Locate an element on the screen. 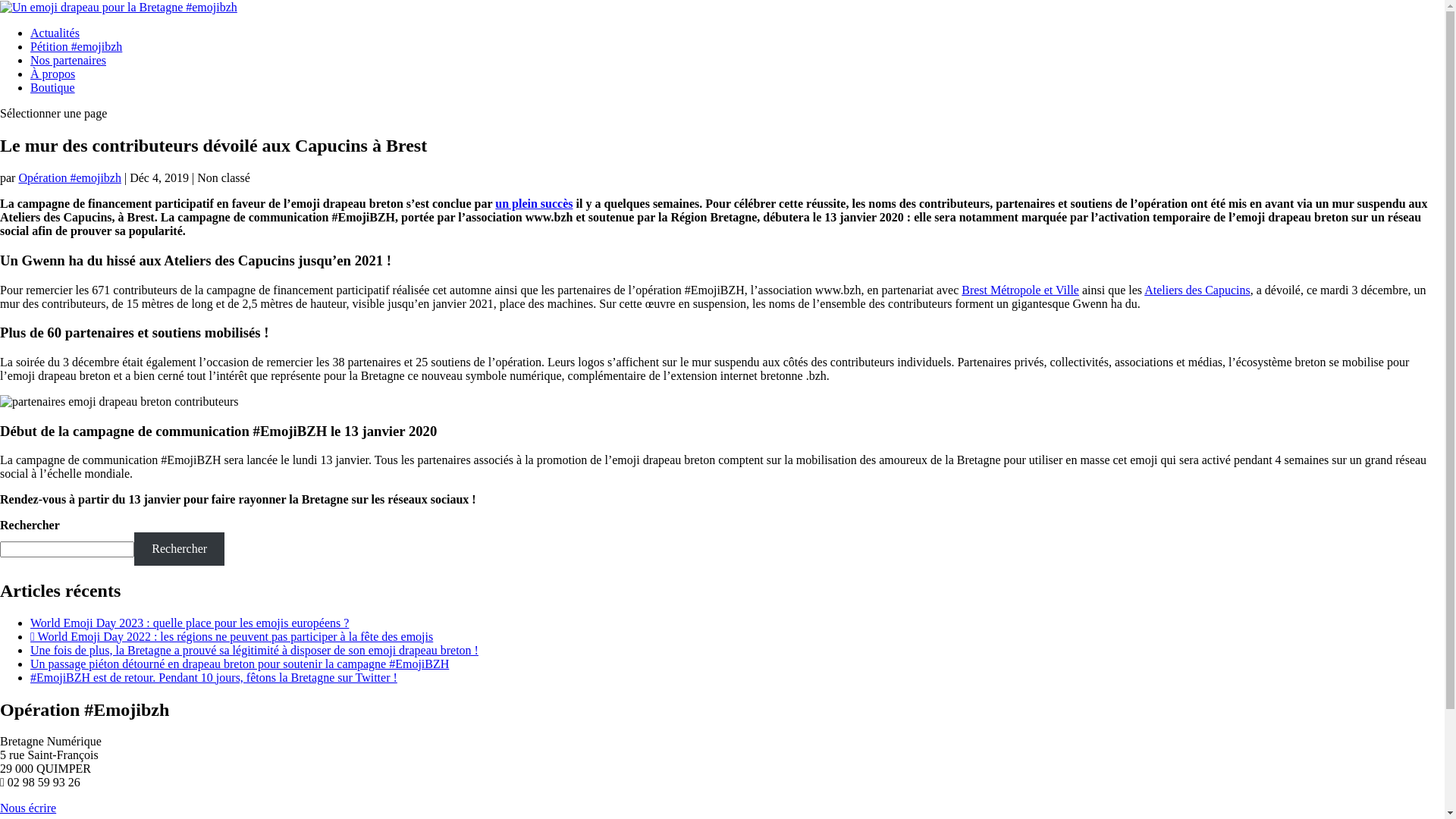  'Rechercher' is located at coordinates (179, 548).